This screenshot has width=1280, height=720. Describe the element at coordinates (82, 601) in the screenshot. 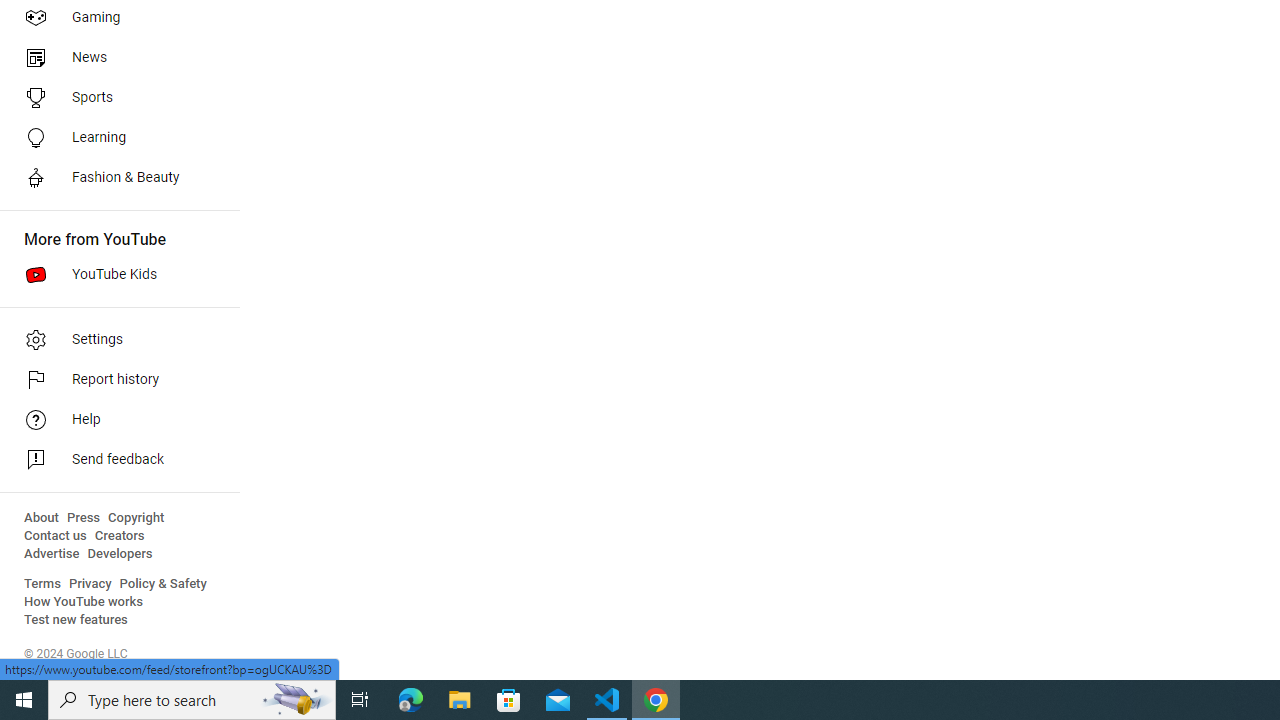

I see `'How YouTube works'` at that location.